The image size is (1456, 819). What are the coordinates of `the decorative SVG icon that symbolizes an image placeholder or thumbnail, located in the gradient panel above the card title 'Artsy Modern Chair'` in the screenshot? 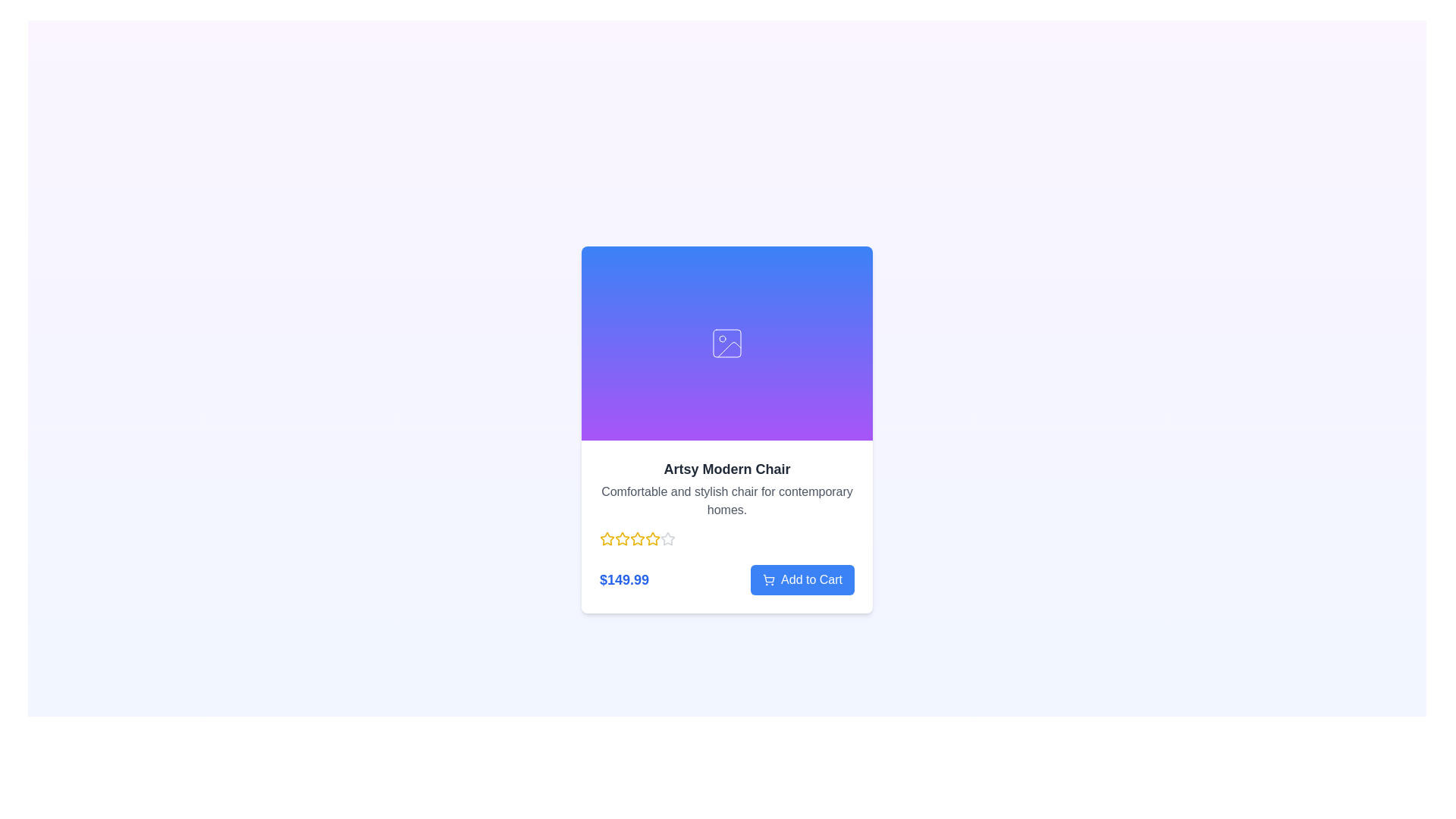 It's located at (726, 343).